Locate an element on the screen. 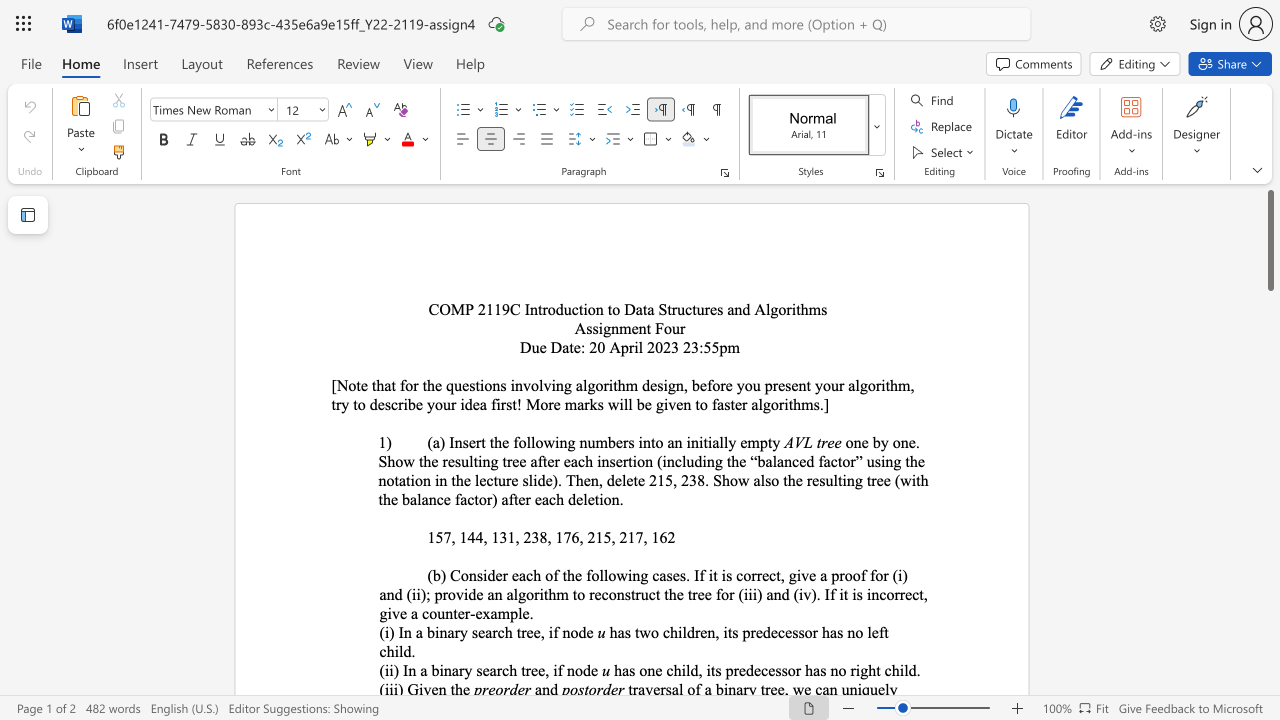 This screenshot has width=1280, height=720. the 7th character "a" in the text is located at coordinates (756, 480).